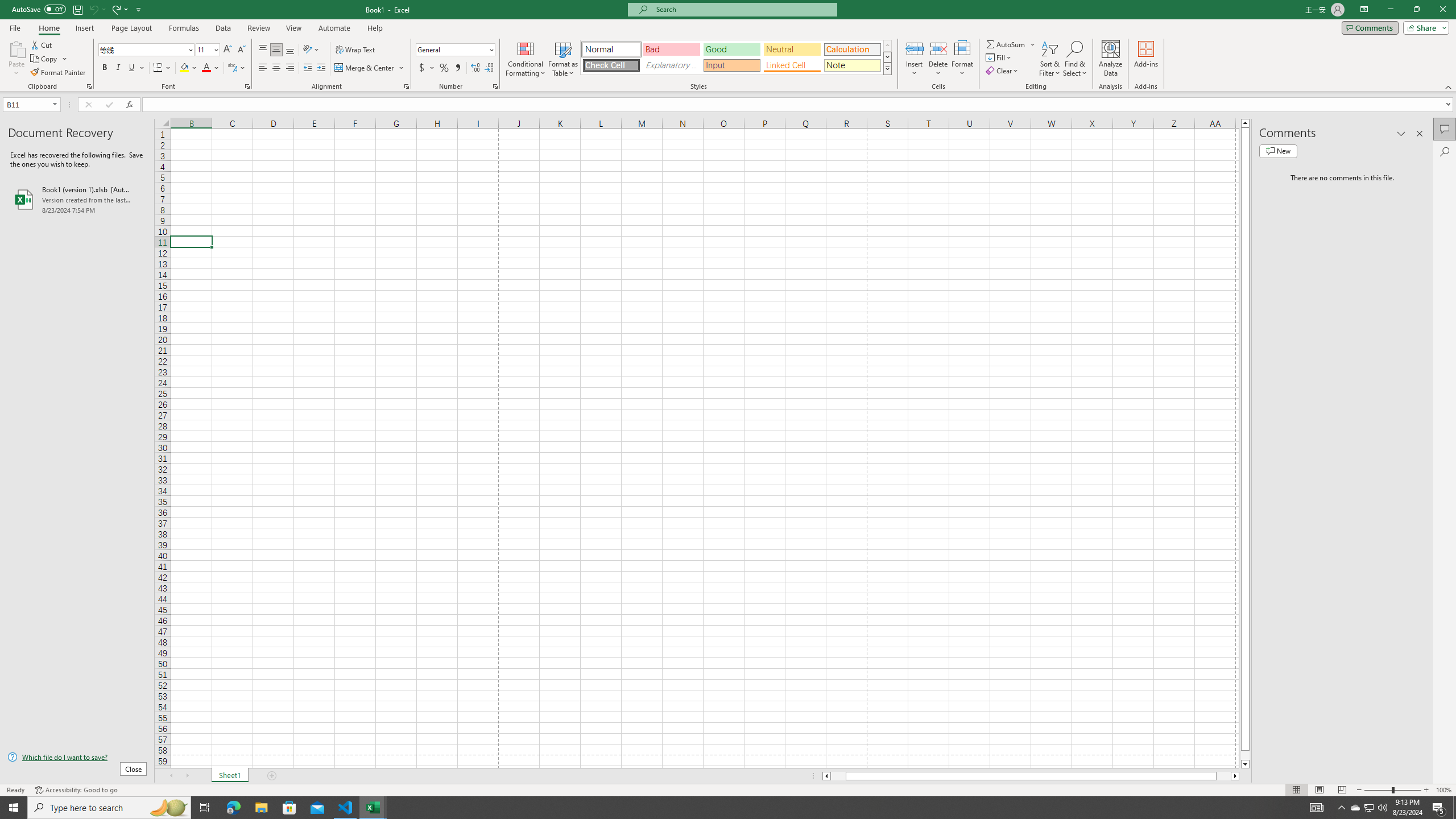 The height and width of the screenshot is (819, 1456). I want to click on 'Good', so click(731, 49).